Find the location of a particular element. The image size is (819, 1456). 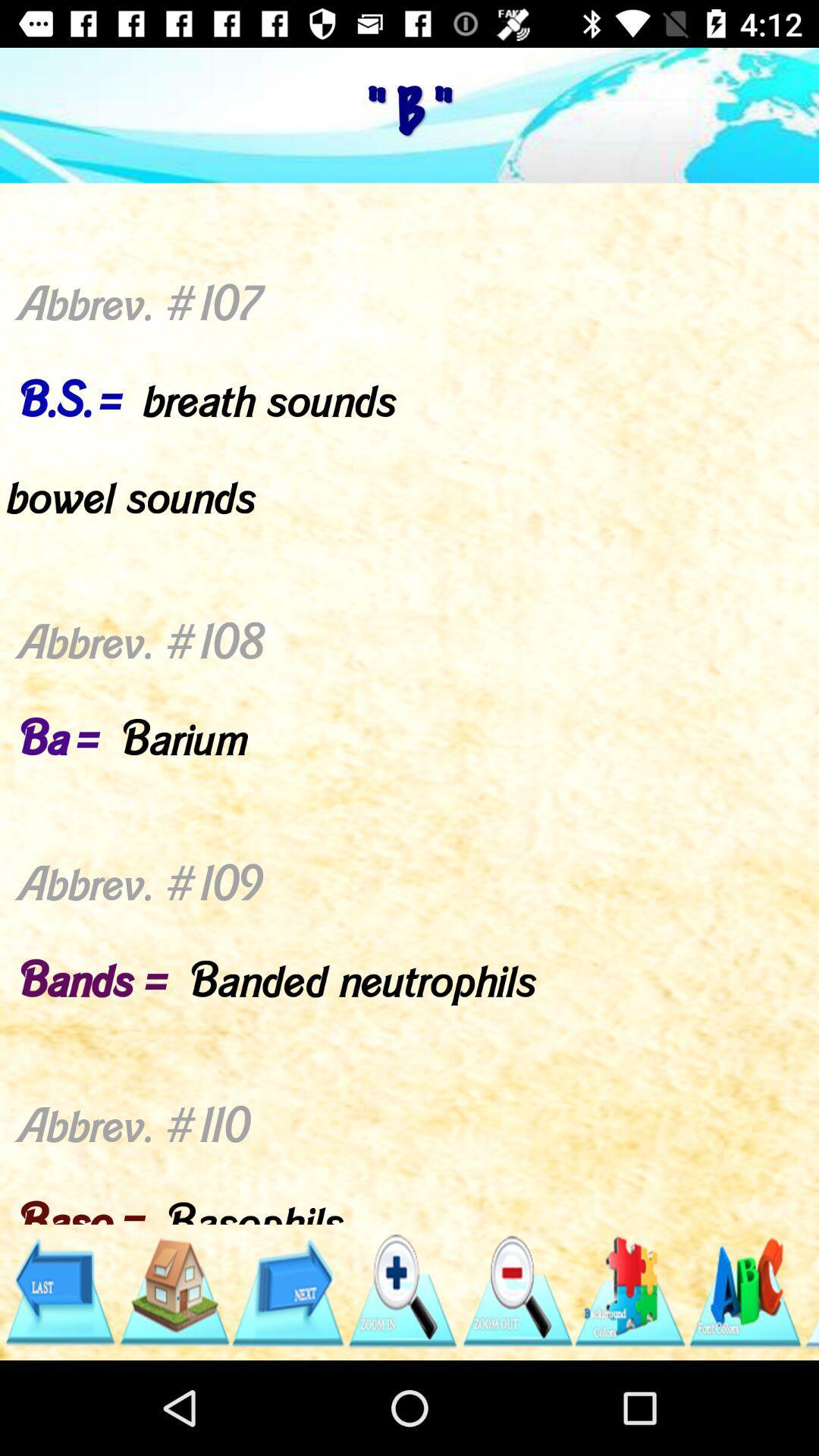

go back is located at coordinates (58, 1291).